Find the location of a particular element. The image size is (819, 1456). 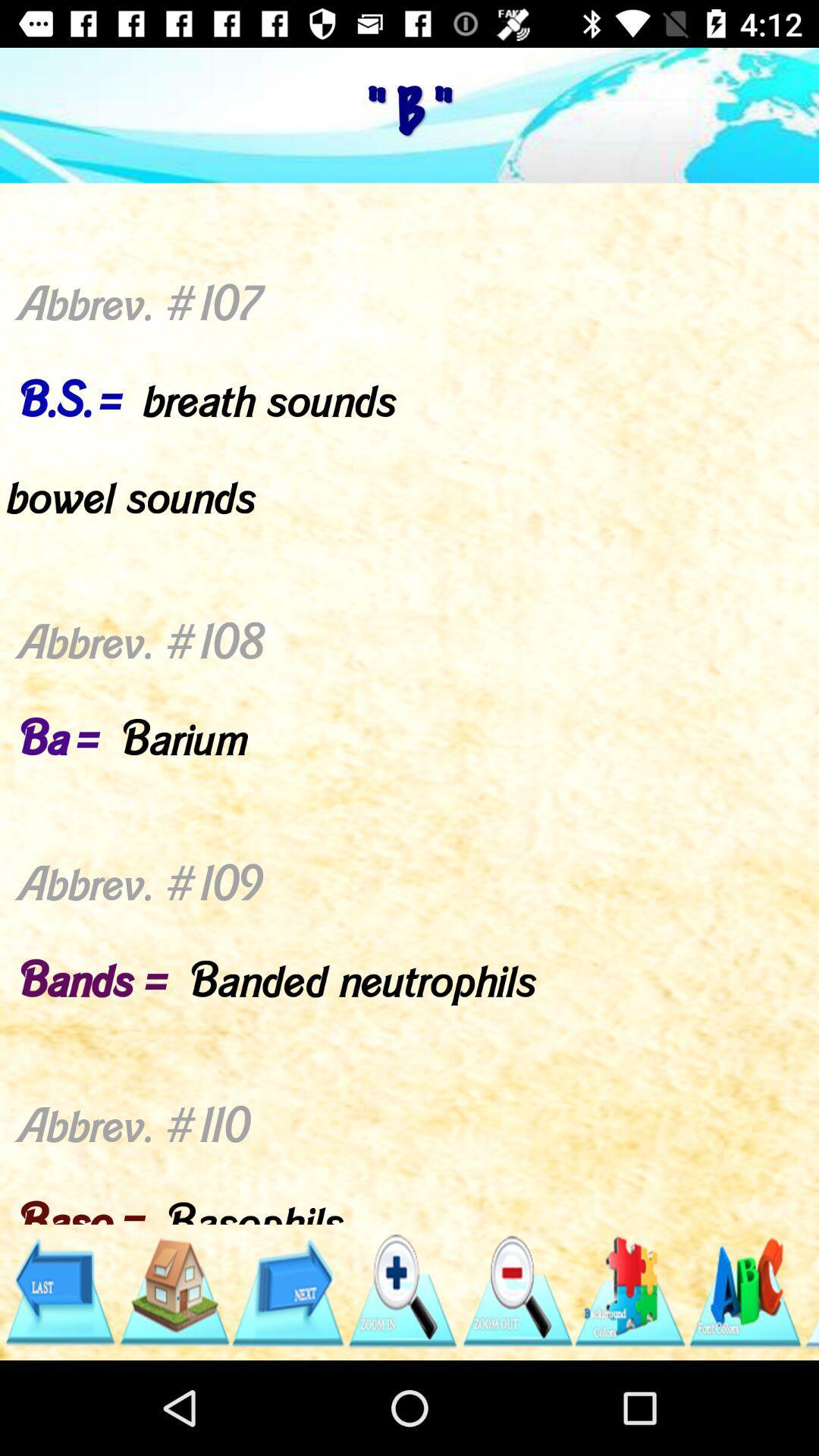

go back is located at coordinates (58, 1291).